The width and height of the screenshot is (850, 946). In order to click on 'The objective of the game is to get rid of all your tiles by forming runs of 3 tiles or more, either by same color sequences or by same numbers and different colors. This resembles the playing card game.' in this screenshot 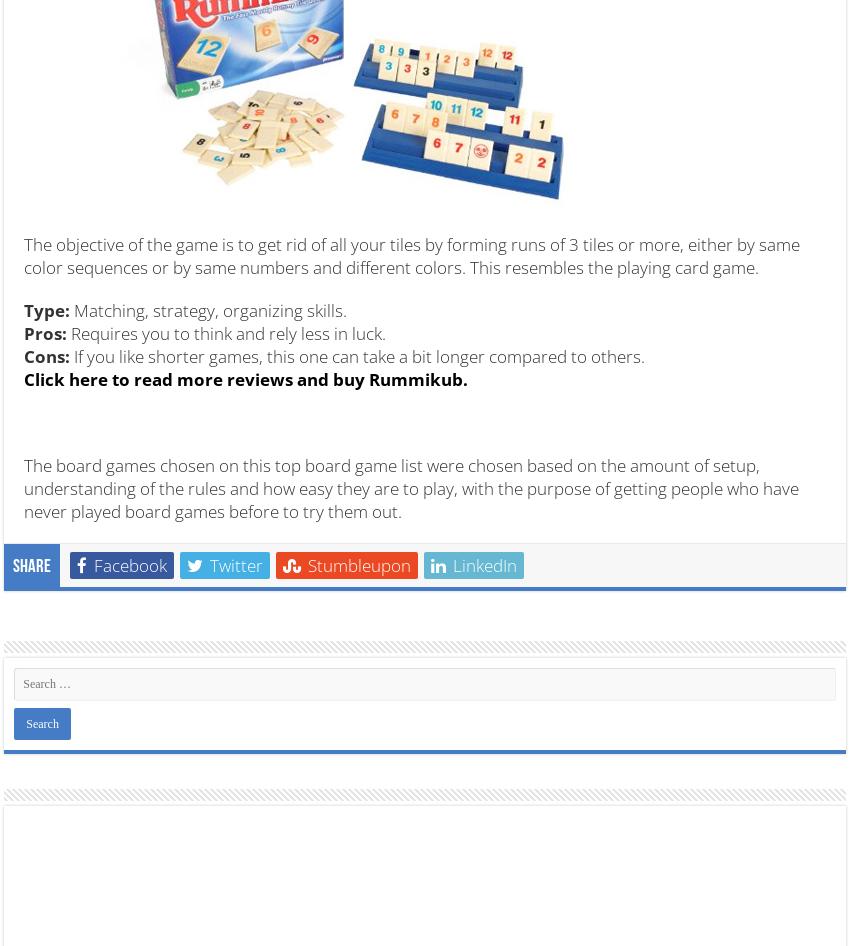, I will do `click(411, 254)`.